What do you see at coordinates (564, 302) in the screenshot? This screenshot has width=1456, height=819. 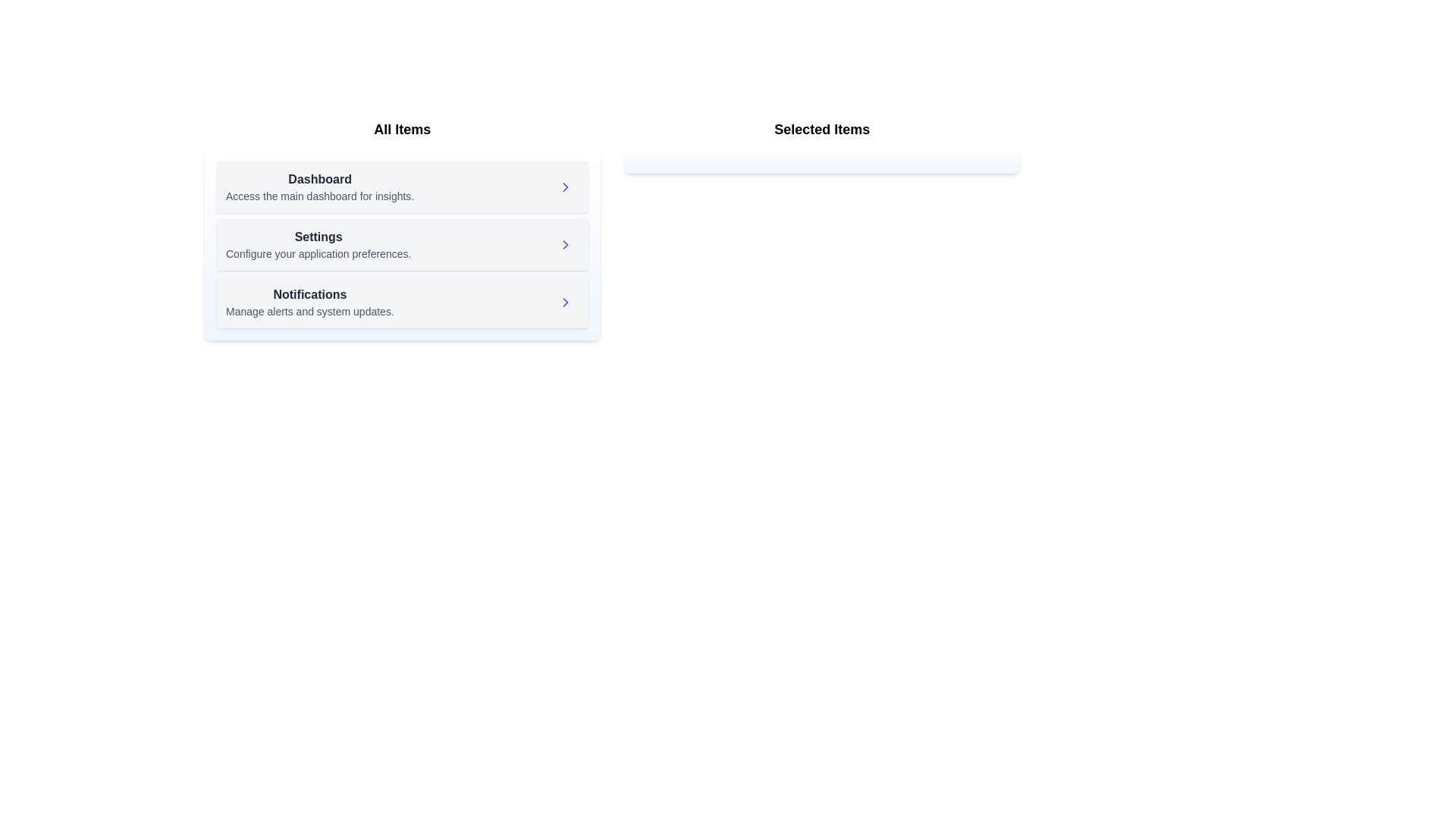 I see `right arrow next to the item 'Notifications' in the available items list to move it to the selected items list` at bounding box center [564, 302].